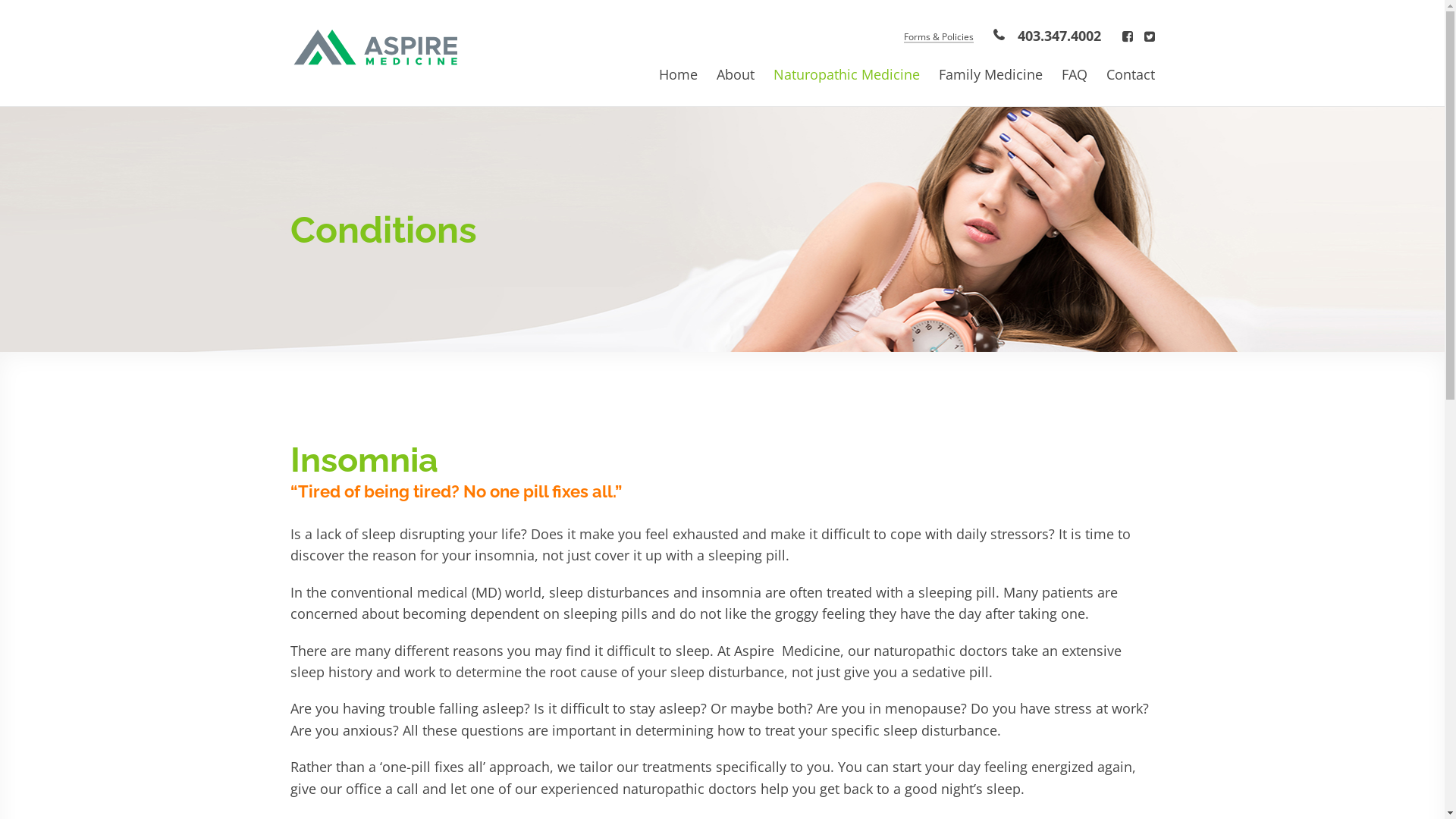 The width and height of the screenshot is (1456, 819). Describe the element at coordinates (1128, 35) in the screenshot. I see `'Facebook'` at that location.